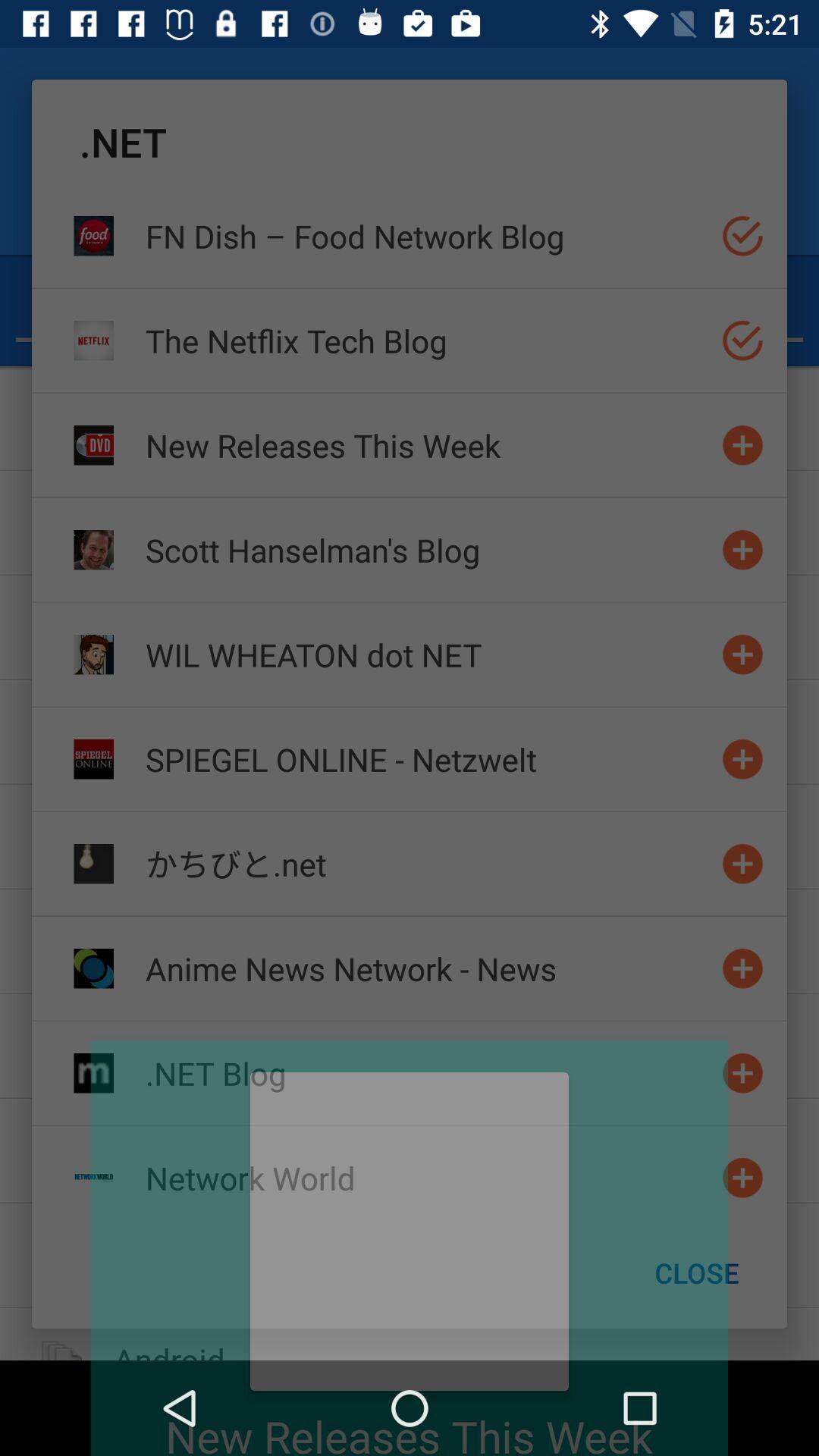 The image size is (819, 1456). Describe the element at coordinates (742, 864) in the screenshot. I see `add` at that location.